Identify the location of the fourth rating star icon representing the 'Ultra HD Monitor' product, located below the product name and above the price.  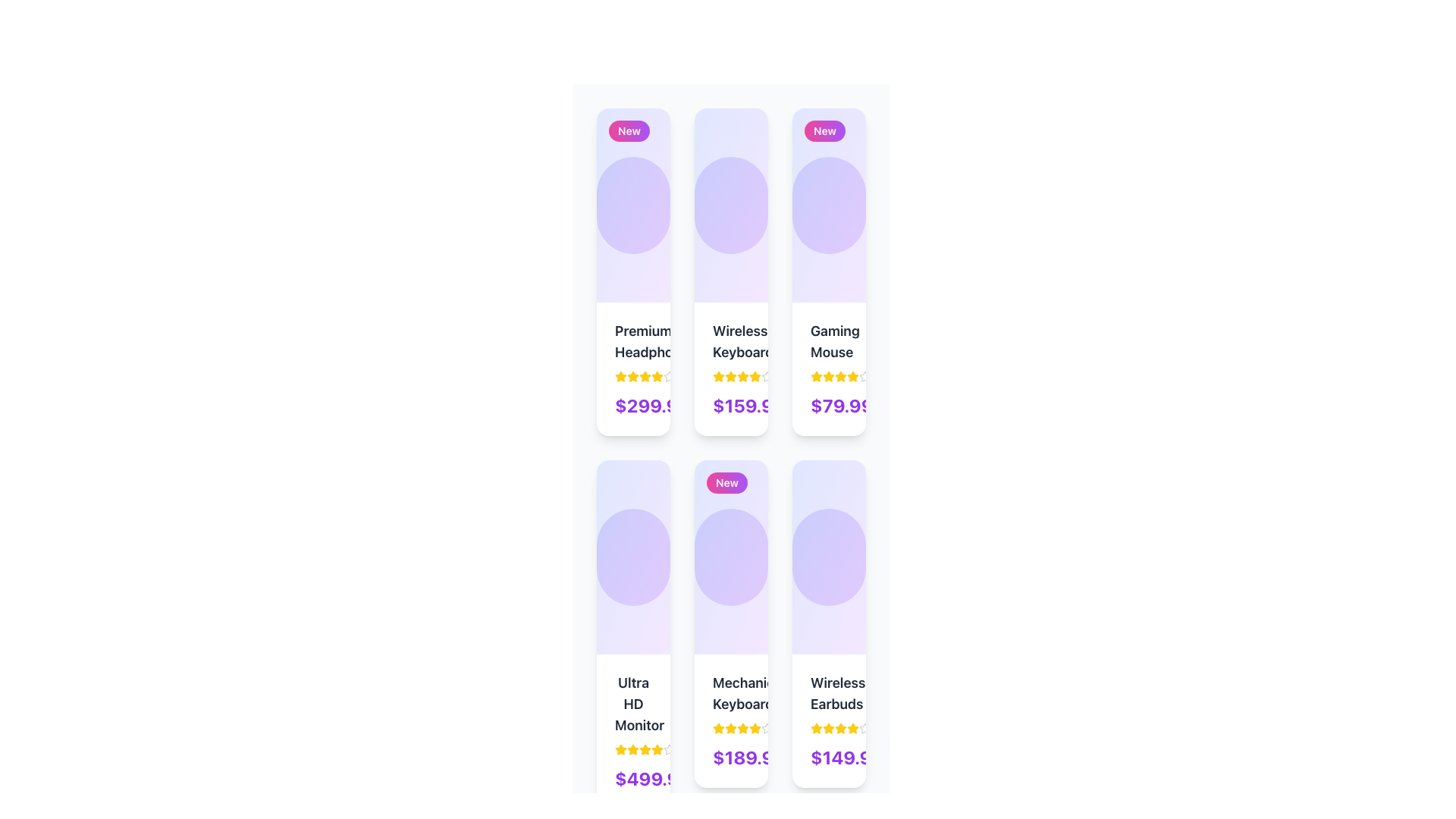
(645, 748).